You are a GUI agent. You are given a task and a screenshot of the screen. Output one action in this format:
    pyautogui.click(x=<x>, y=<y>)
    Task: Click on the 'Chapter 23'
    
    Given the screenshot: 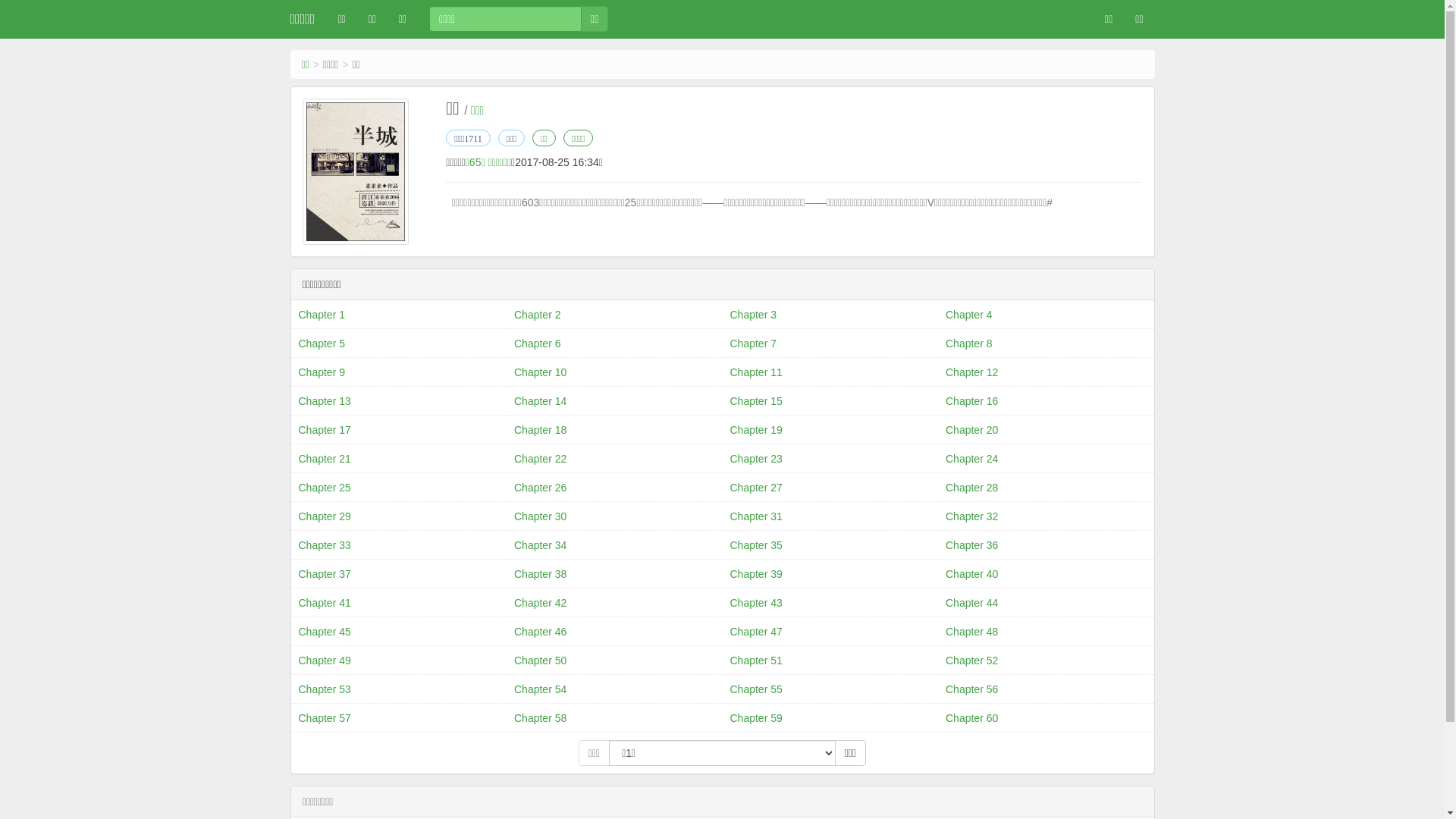 What is the action you would take?
    pyautogui.click(x=829, y=458)
    